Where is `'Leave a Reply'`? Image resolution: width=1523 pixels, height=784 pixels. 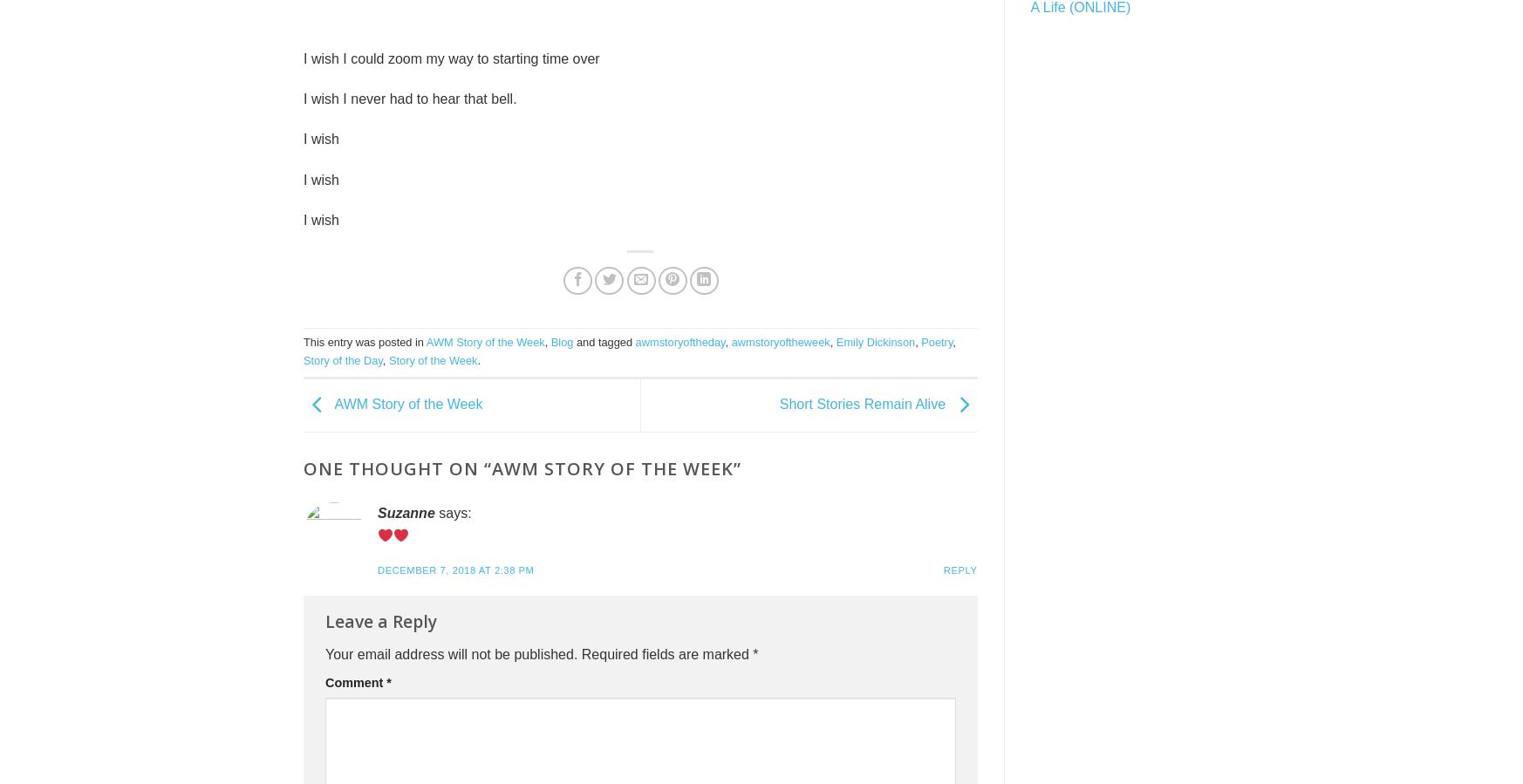 'Leave a Reply' is located at coordinates (324, 619).